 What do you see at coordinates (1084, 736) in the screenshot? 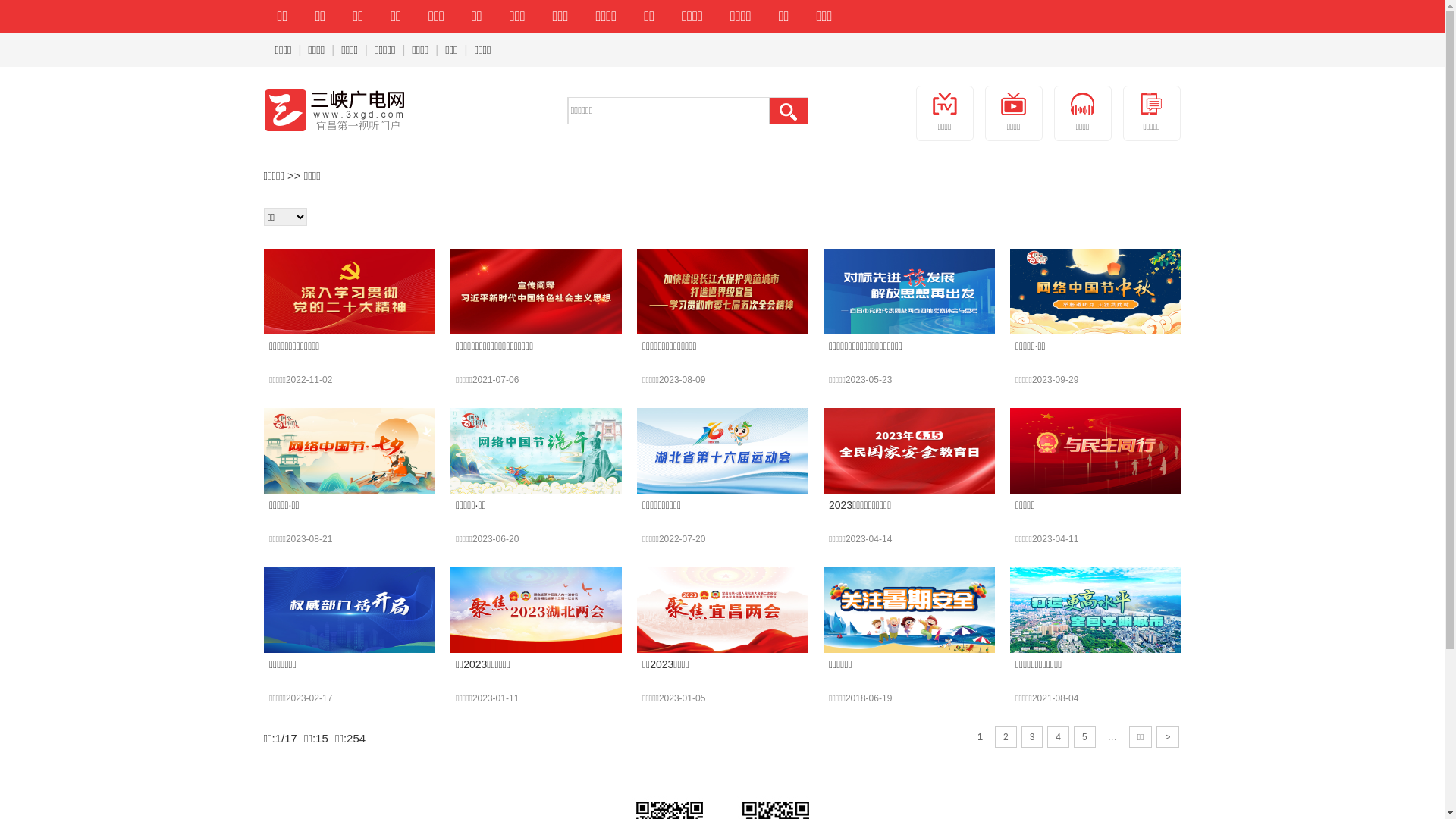
I see `'5'` at bounding box center [1084, 736].